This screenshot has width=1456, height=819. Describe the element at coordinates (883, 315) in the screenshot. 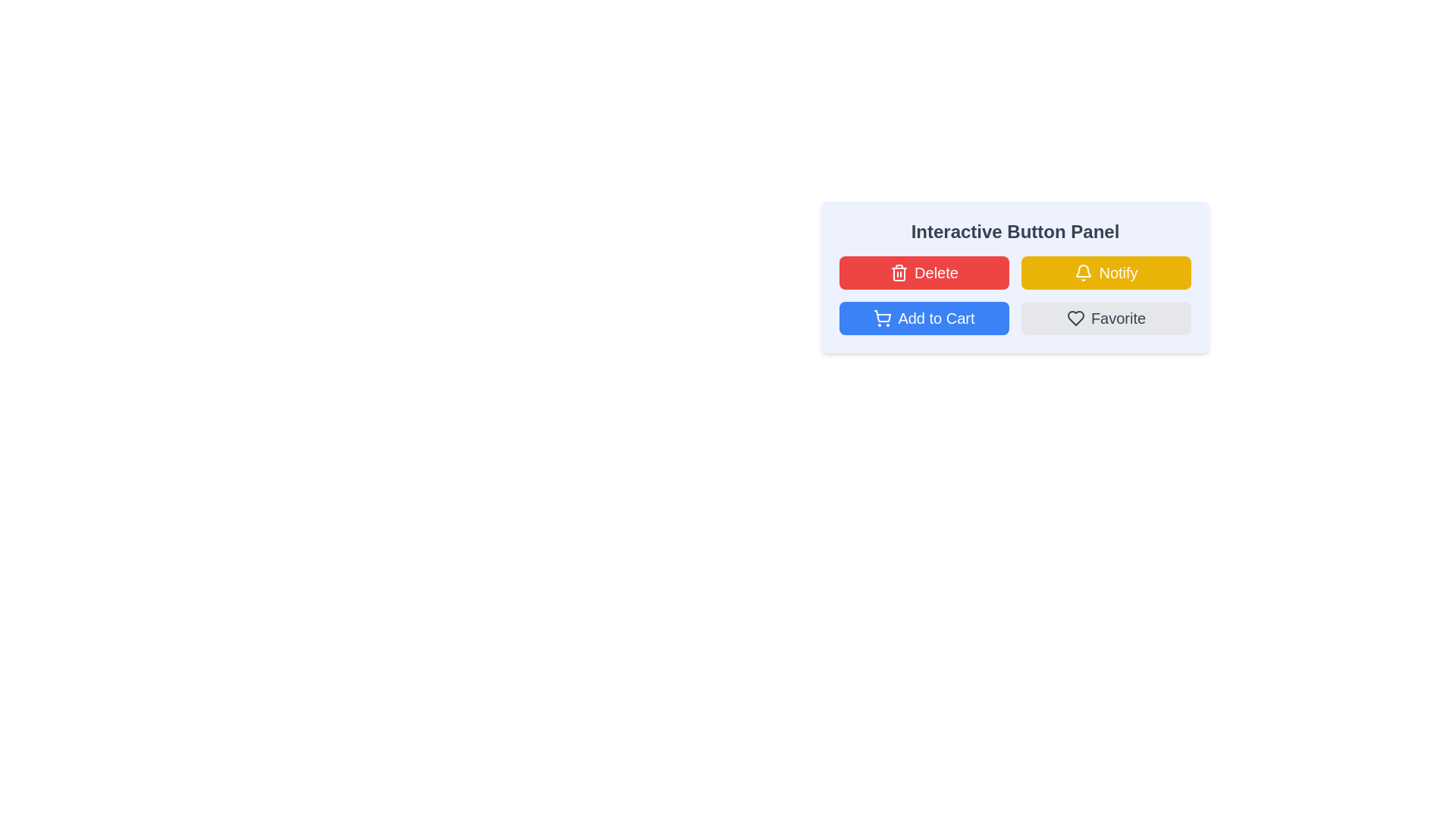

I see `the shopping cart icon within the blue 'Add to Cart' button, located in the bottom left of the button panel` at that location.